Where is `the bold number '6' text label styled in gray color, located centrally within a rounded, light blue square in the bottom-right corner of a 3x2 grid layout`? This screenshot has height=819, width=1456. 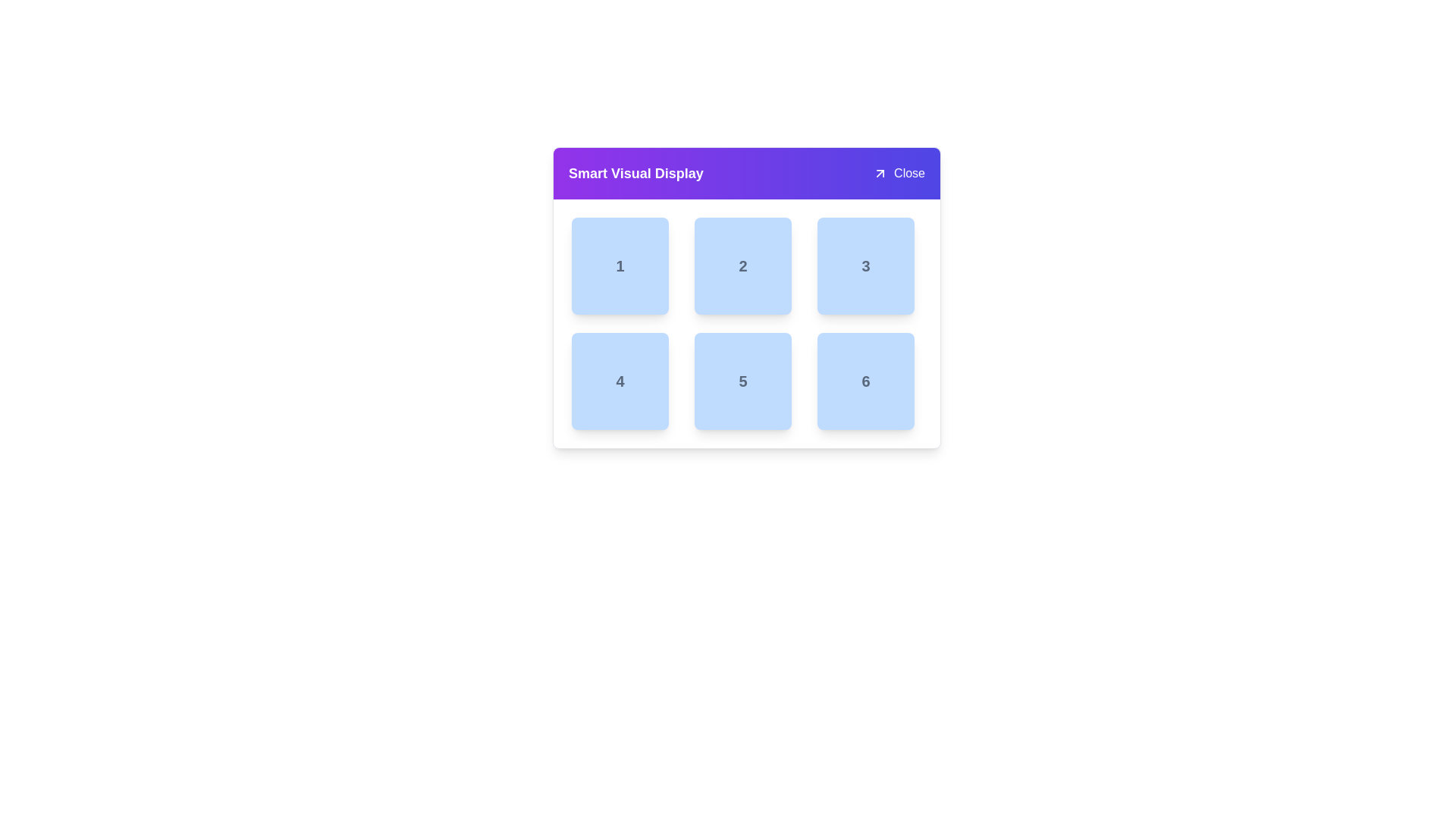
the bold number '6' text label styled in gray color, located centrally within a rounded, light blue square in the bottom-right corner of a 3x2 grid layout is located at coordinates (866, 380).